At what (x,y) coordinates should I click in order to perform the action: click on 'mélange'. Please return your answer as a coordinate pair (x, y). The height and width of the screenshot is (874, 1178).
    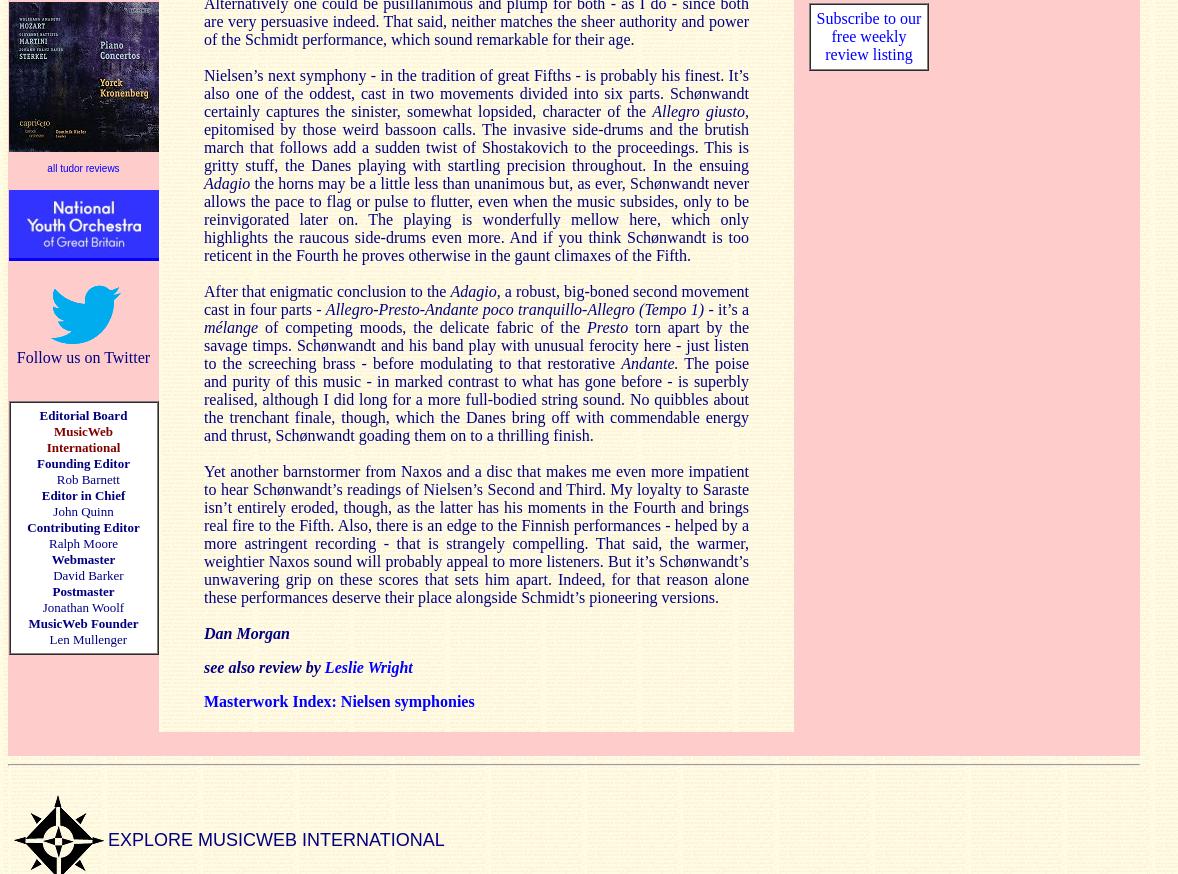
    Looking at the image, I should click on (233, 325).